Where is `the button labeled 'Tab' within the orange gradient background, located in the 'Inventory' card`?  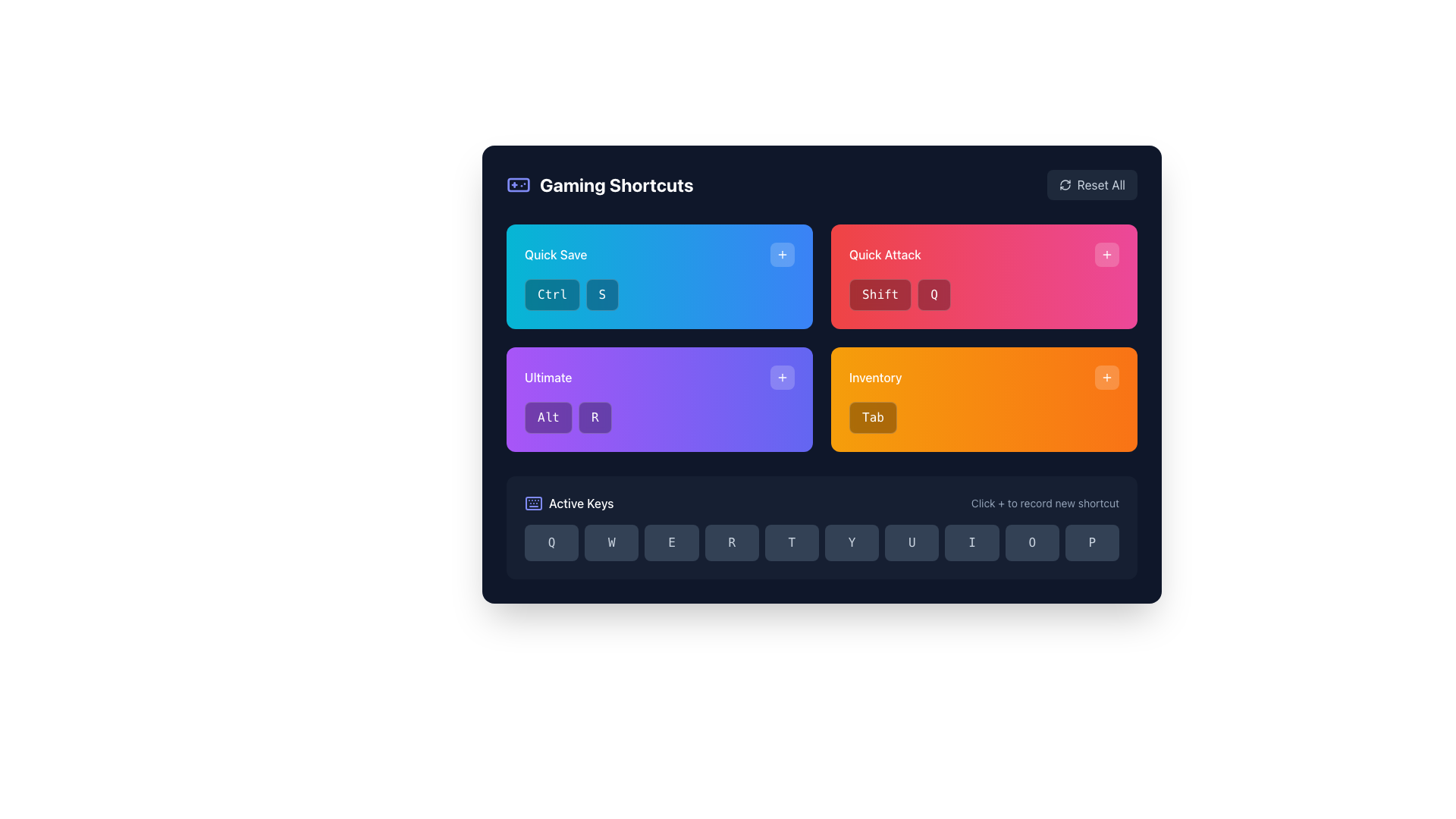 the button labeled 'Tab' within the orange gradient background, located in the 'Inventory' card is located at coordinates (984, 418).